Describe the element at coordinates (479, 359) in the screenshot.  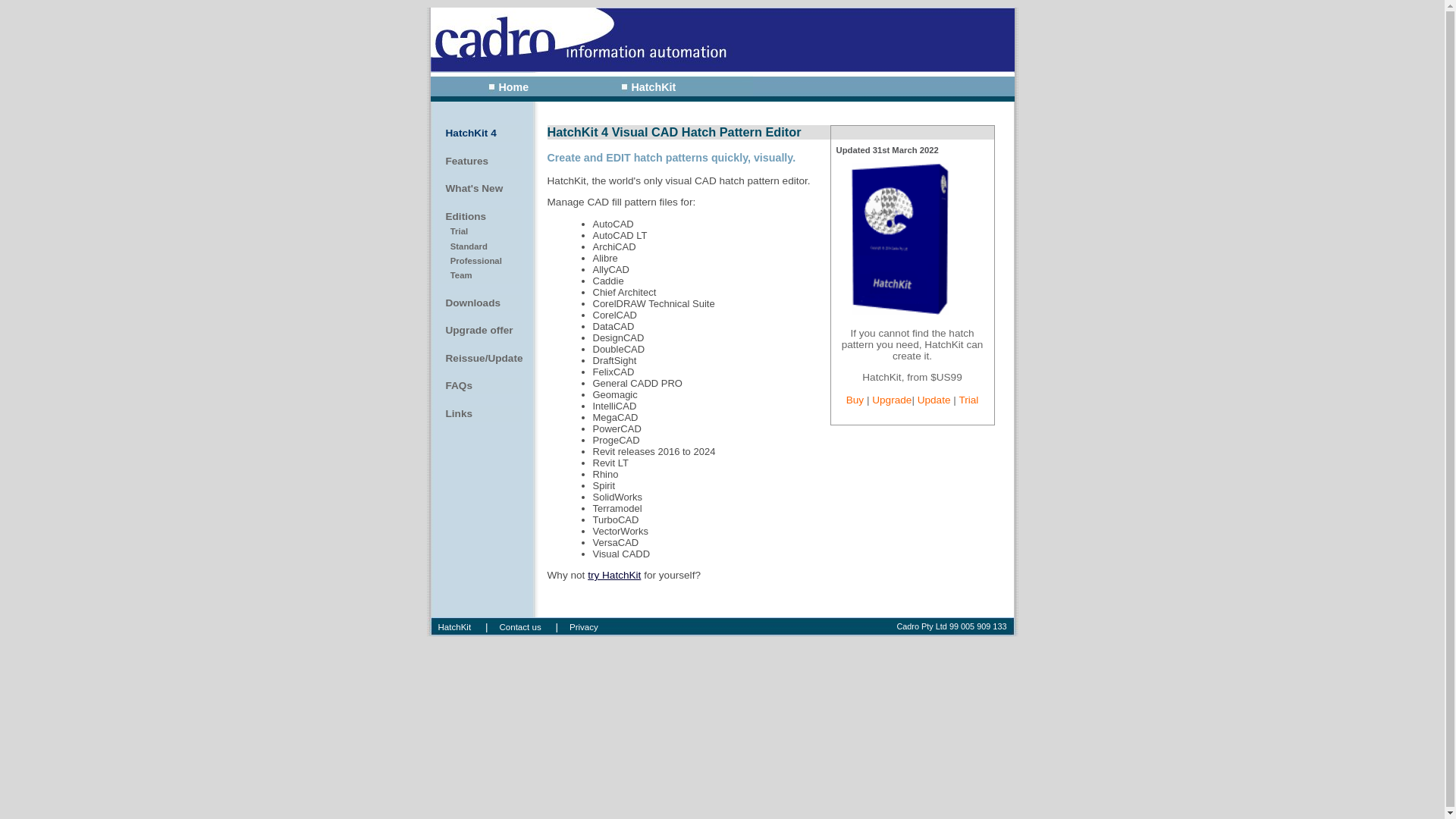
I see `'Reissue/Update'` at that location.